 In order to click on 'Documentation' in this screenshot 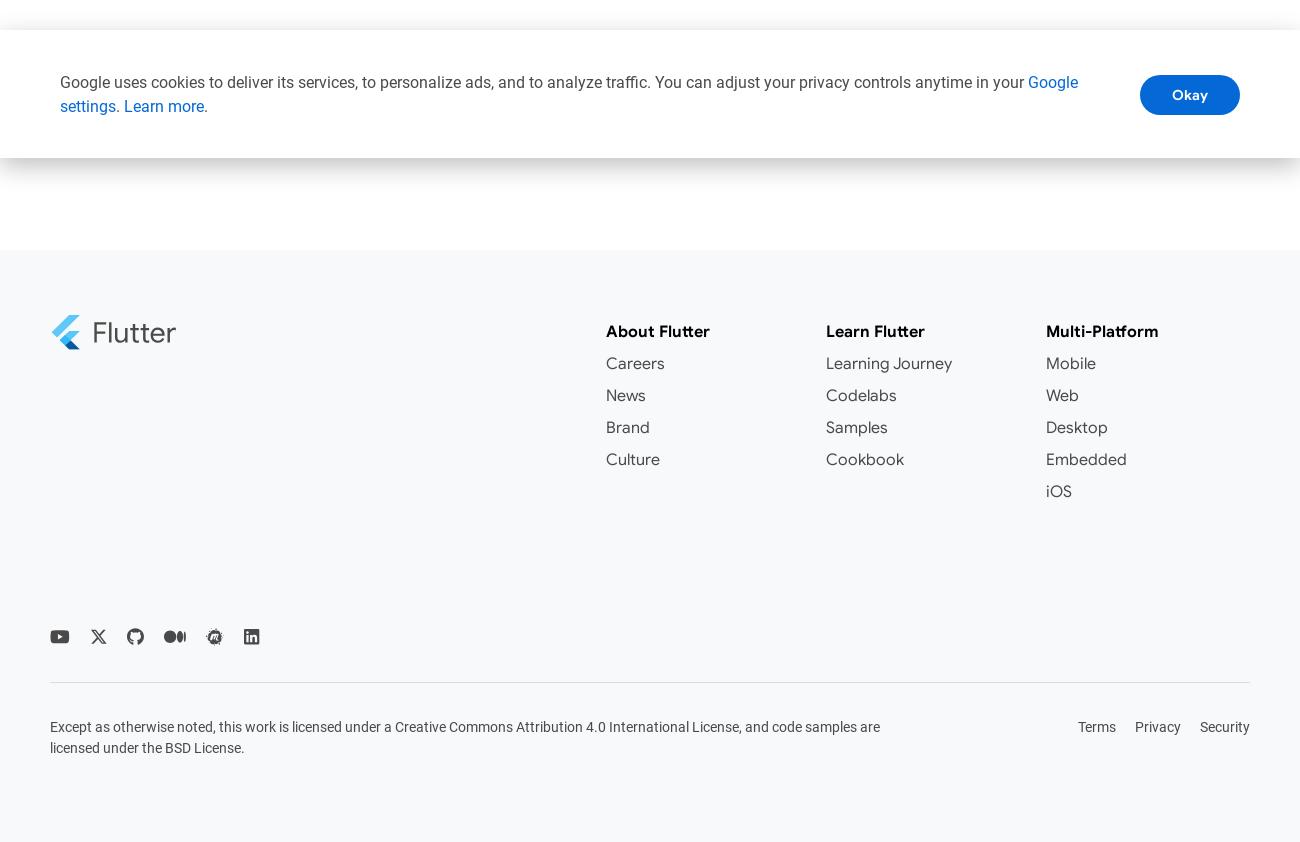, I will do `click(656, 43)`.